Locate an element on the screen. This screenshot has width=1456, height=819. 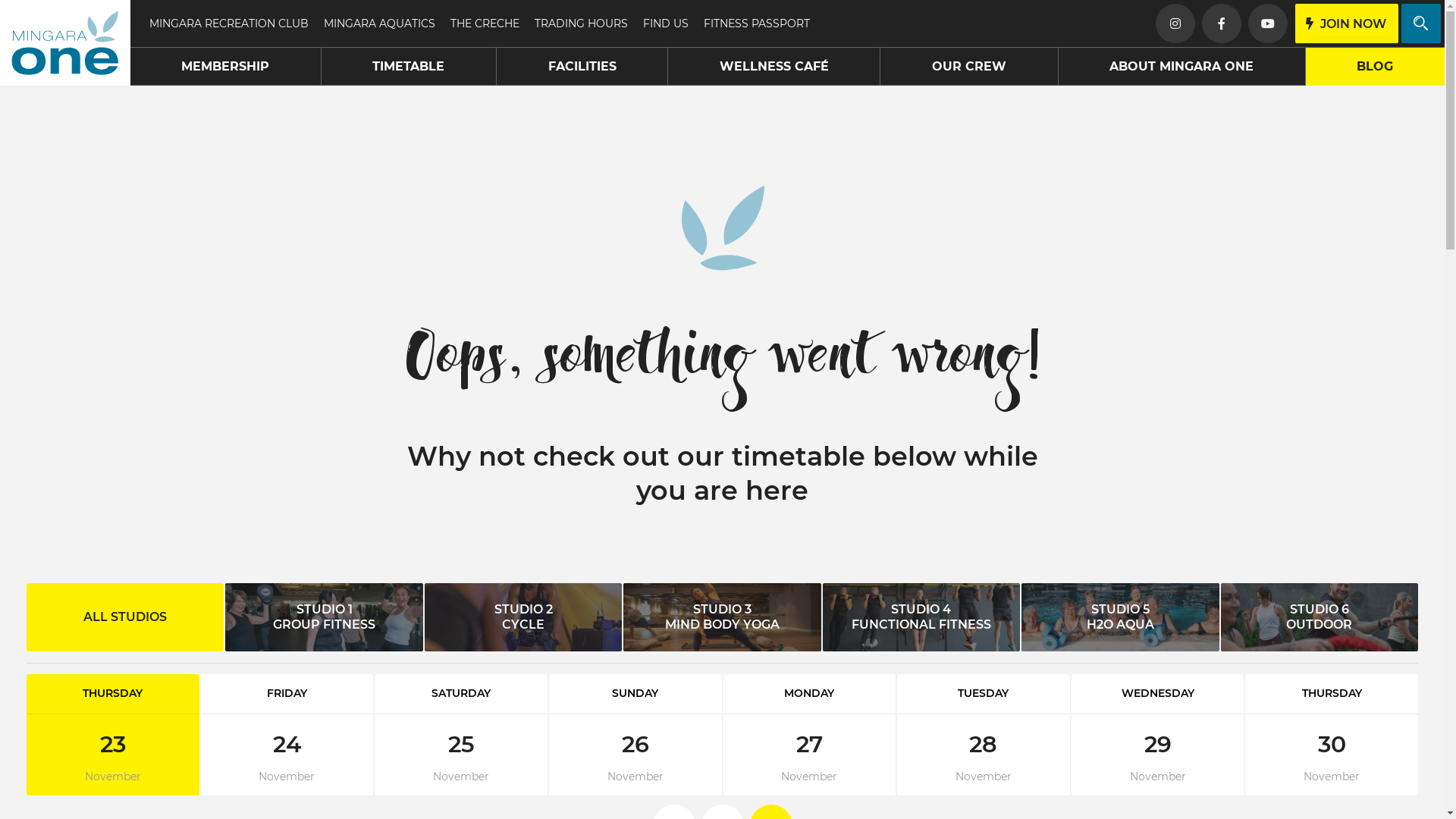
'OUR CREW' is located at coordinates (880, 66).